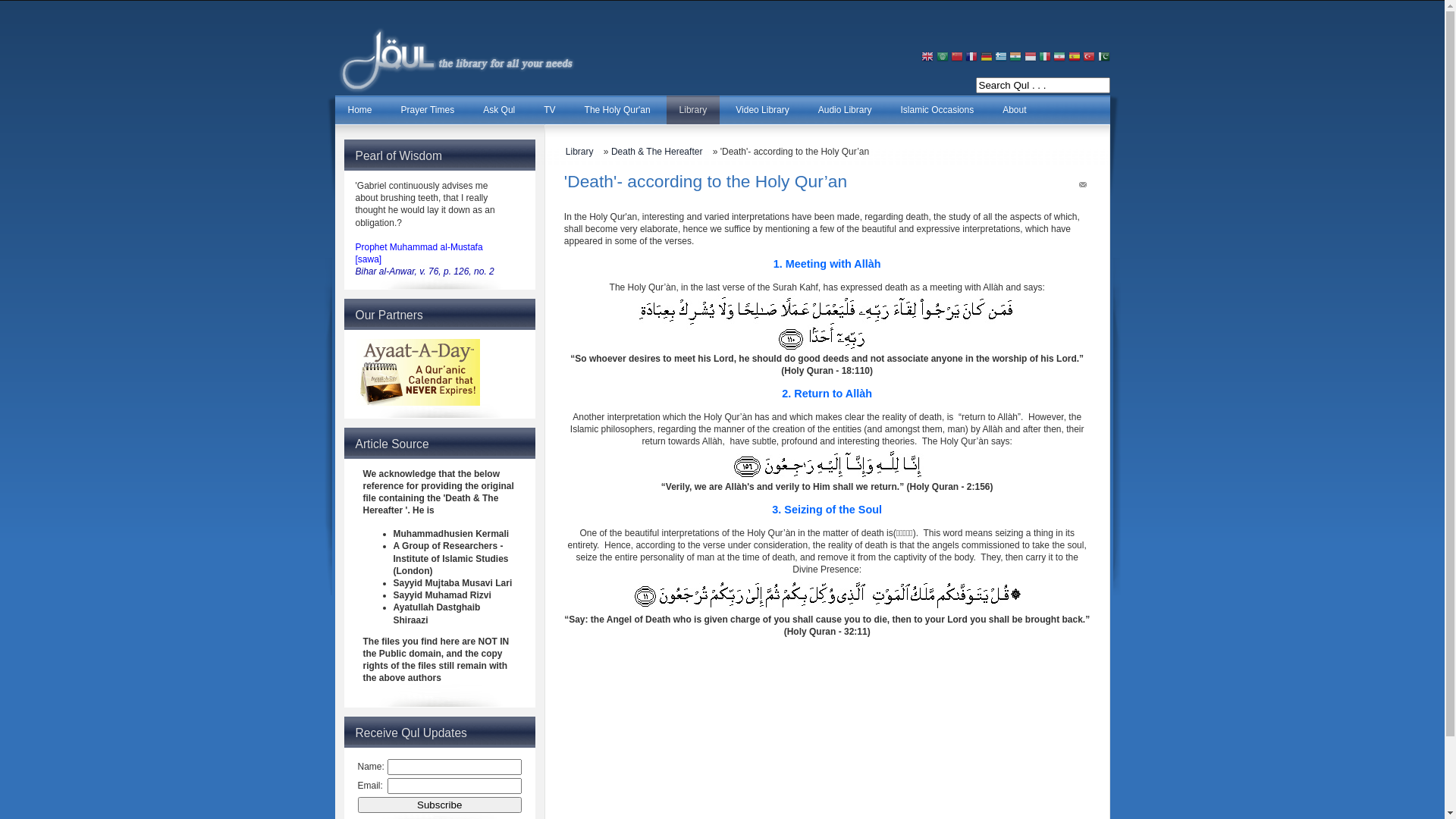 This screenshot has width=1456, height=819. What do you see at coordinates (927, 57) in the screenshot?
I see `'English'` at bounding box center [927, 57].